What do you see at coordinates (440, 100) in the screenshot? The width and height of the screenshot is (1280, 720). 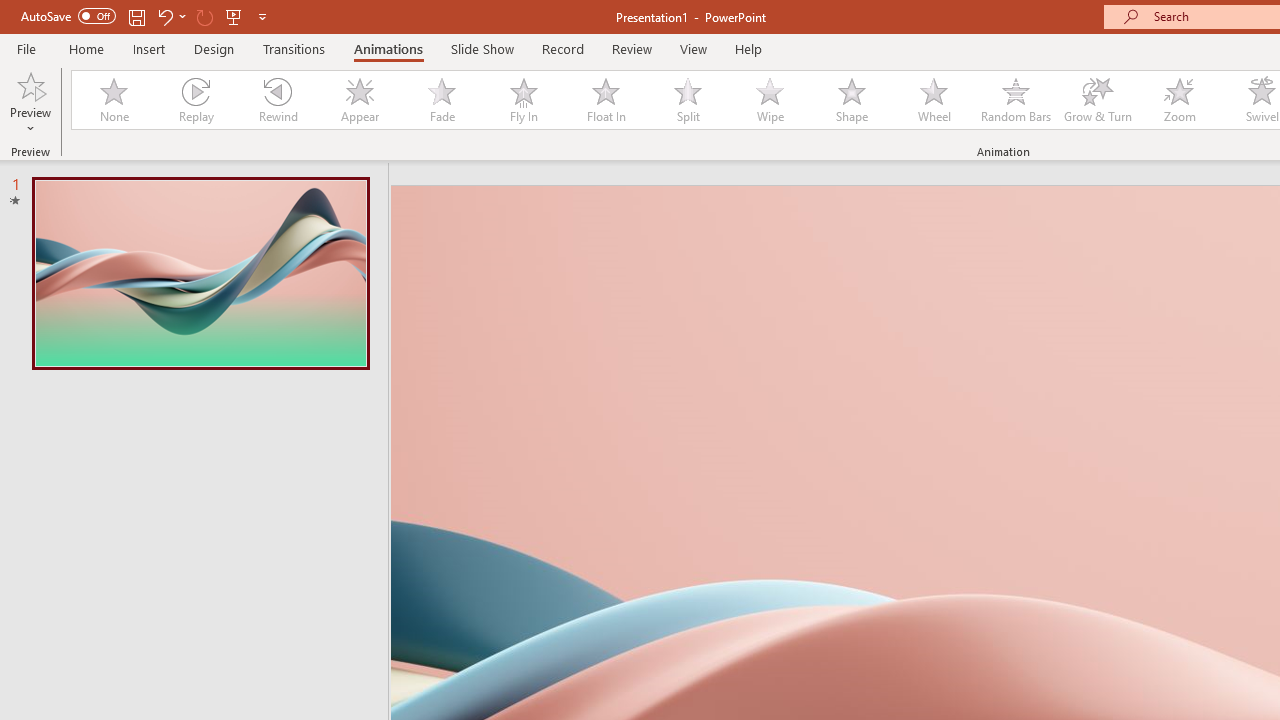 I see `'Fade'` at bounding box center [440, 100].